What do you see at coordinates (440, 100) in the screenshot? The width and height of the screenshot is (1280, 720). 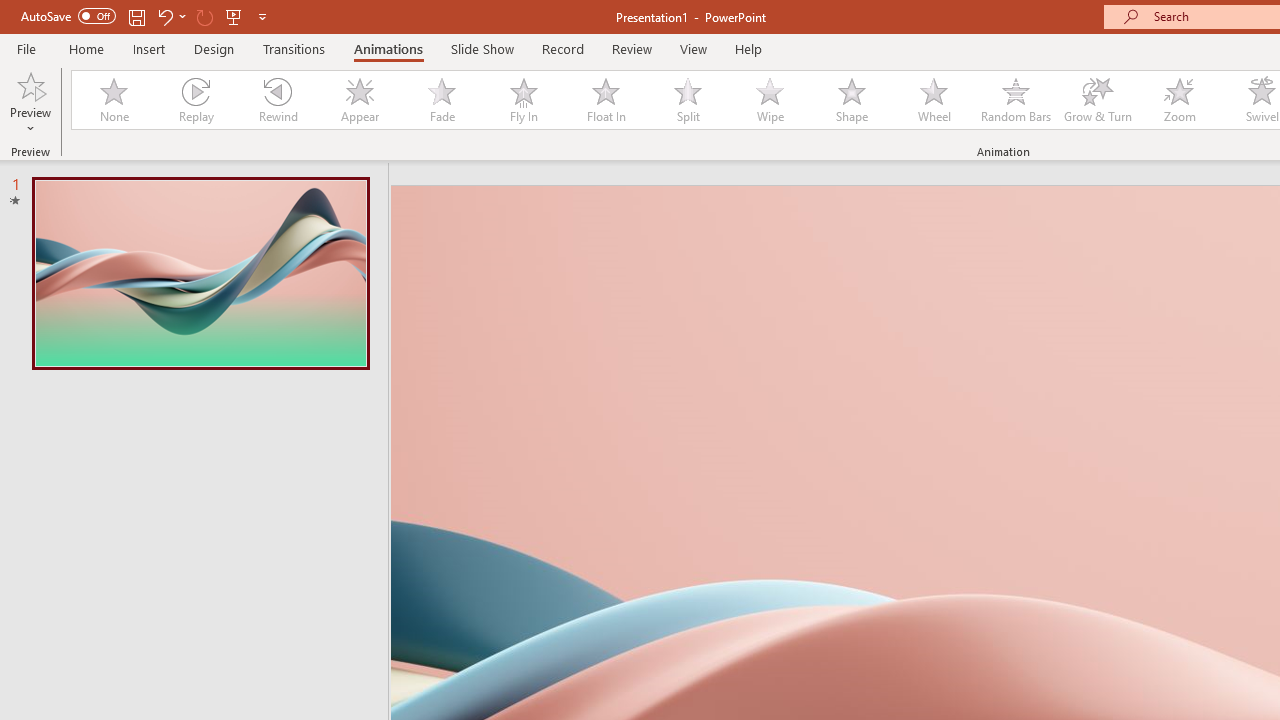 I see `'Fade'` at bounding box center [440, 100].